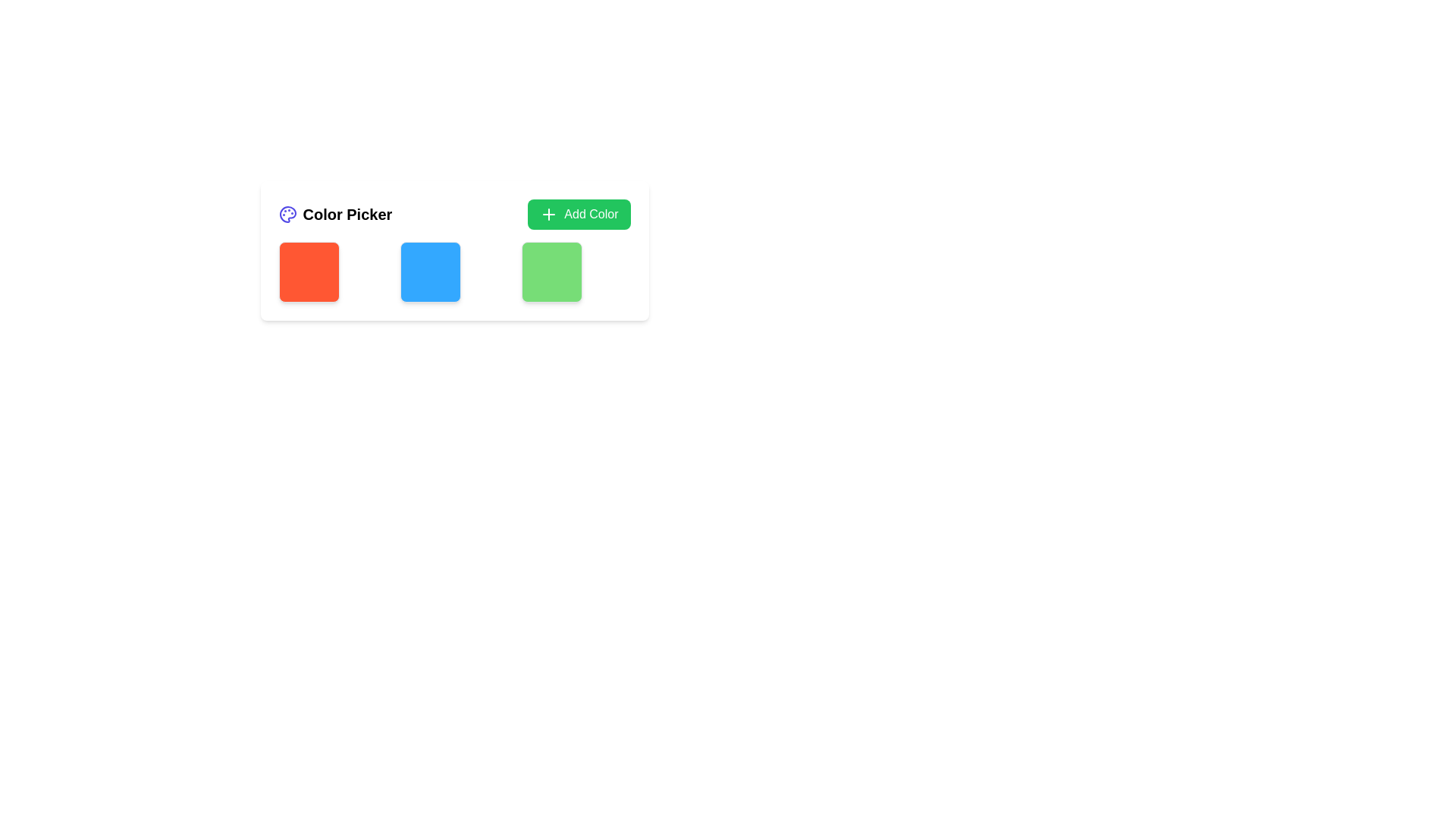  Describe the element at coordinates (308, 271) in the screenshot. I see `the selectable color box representing the red color option in the color picker interface` at that location.